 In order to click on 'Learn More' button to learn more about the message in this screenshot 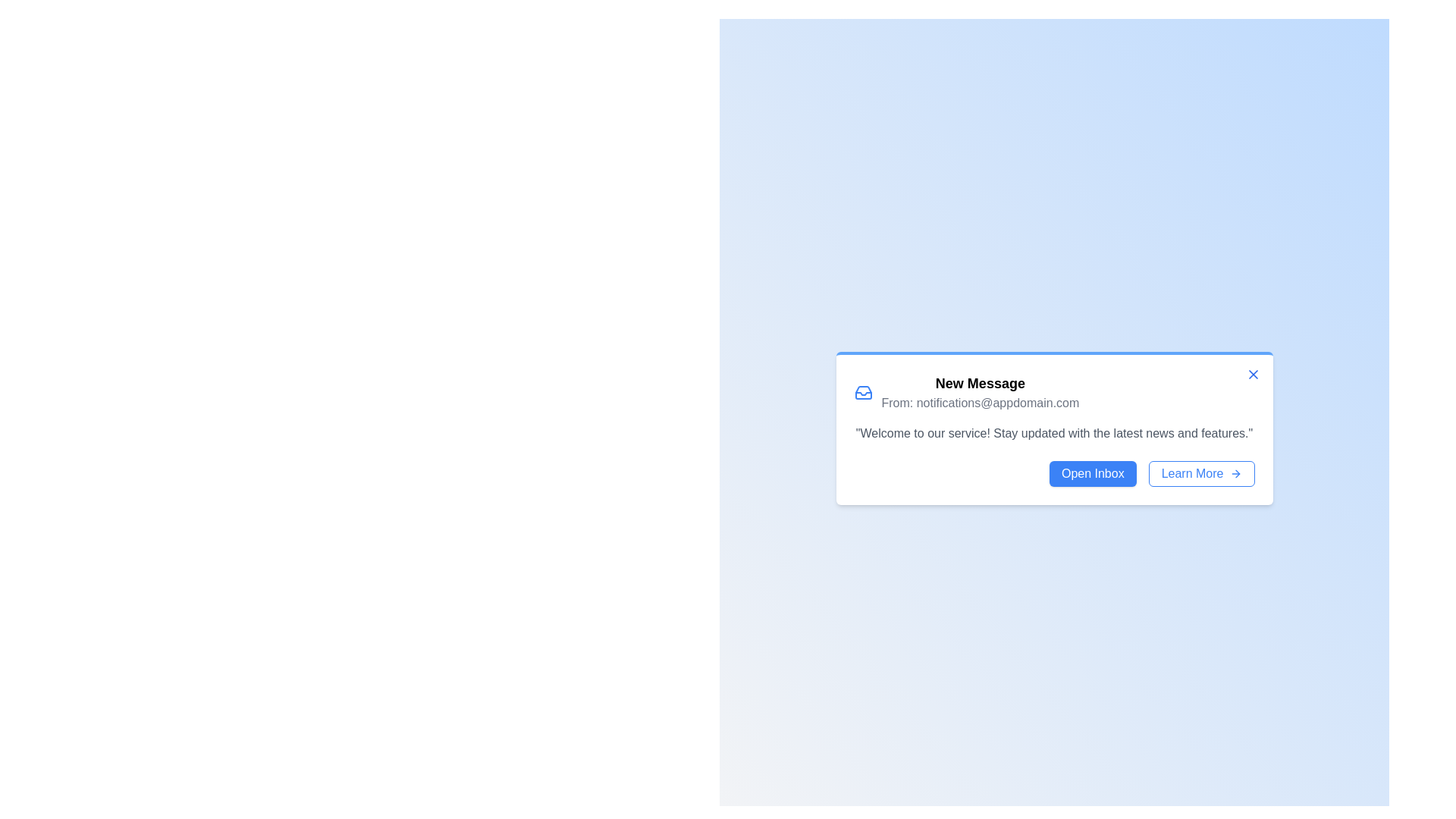, I will do `click(1200, 472)`.